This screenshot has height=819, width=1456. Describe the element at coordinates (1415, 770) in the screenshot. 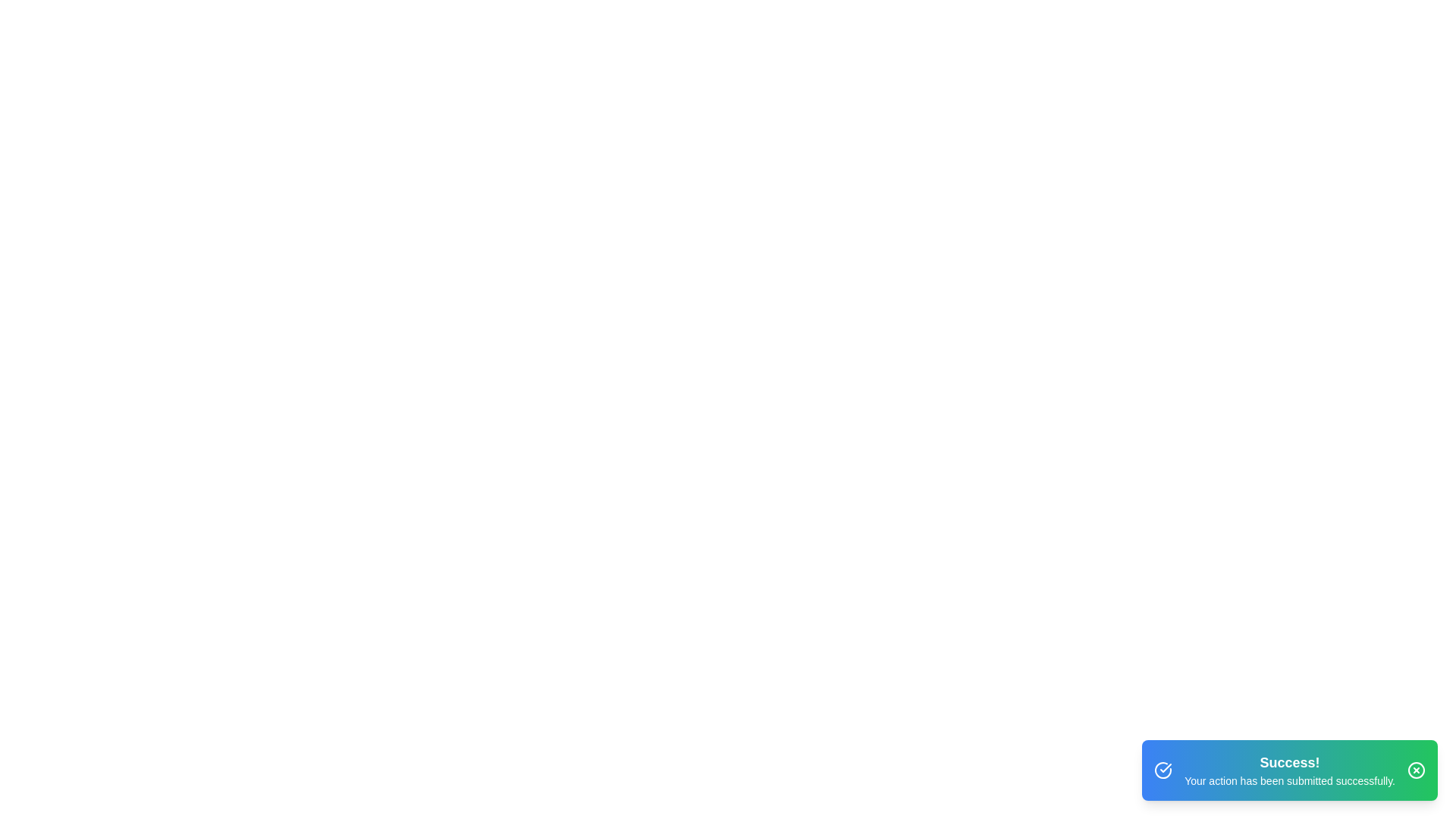

I see `the close button to dismiss the notification` at that location.